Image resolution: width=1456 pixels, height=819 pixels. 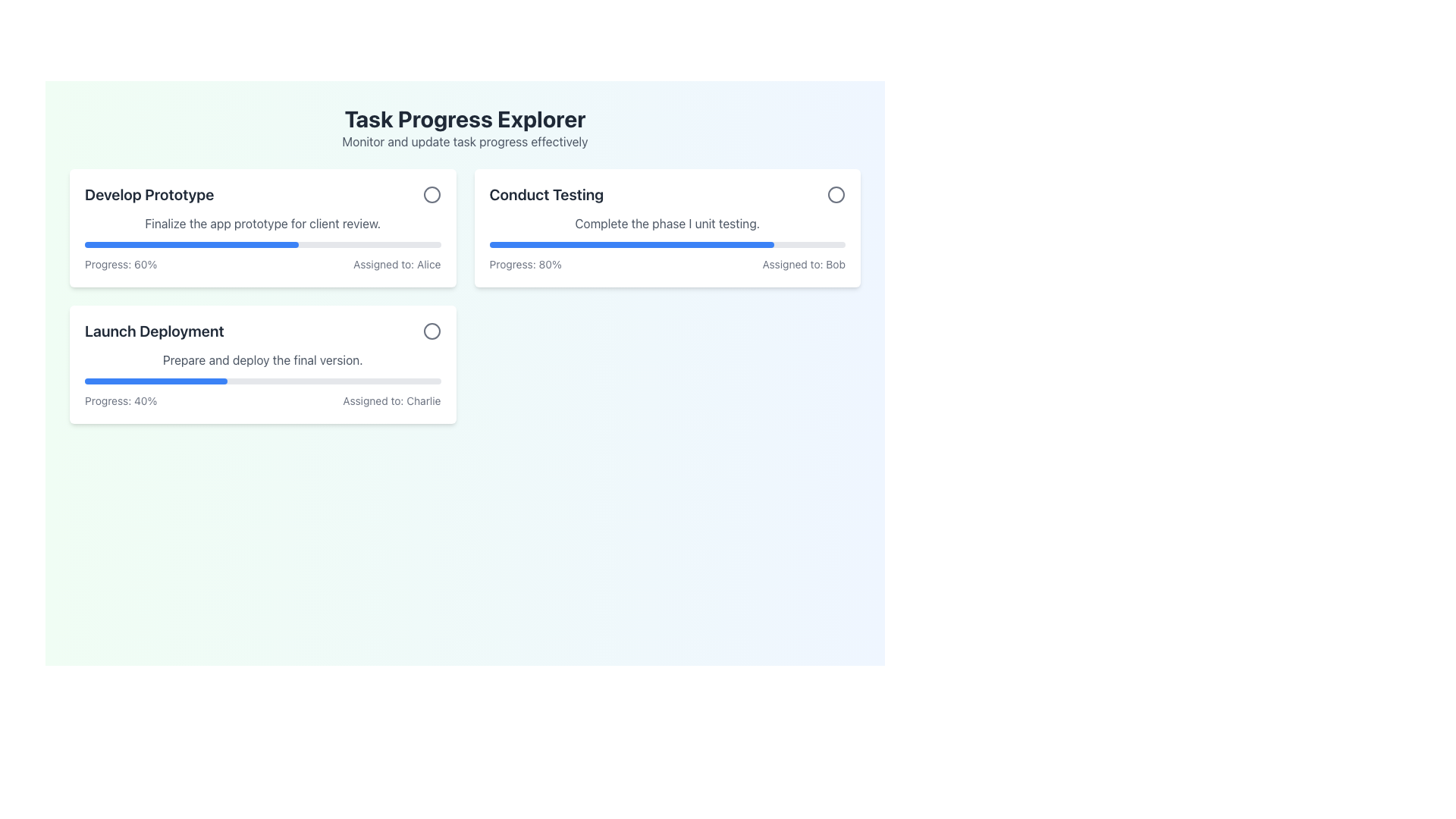 I want to click on the gray-stroked circular outline icon in the top-right corner of the 'Conduct Testing' task card, so click(x=836, y=194).